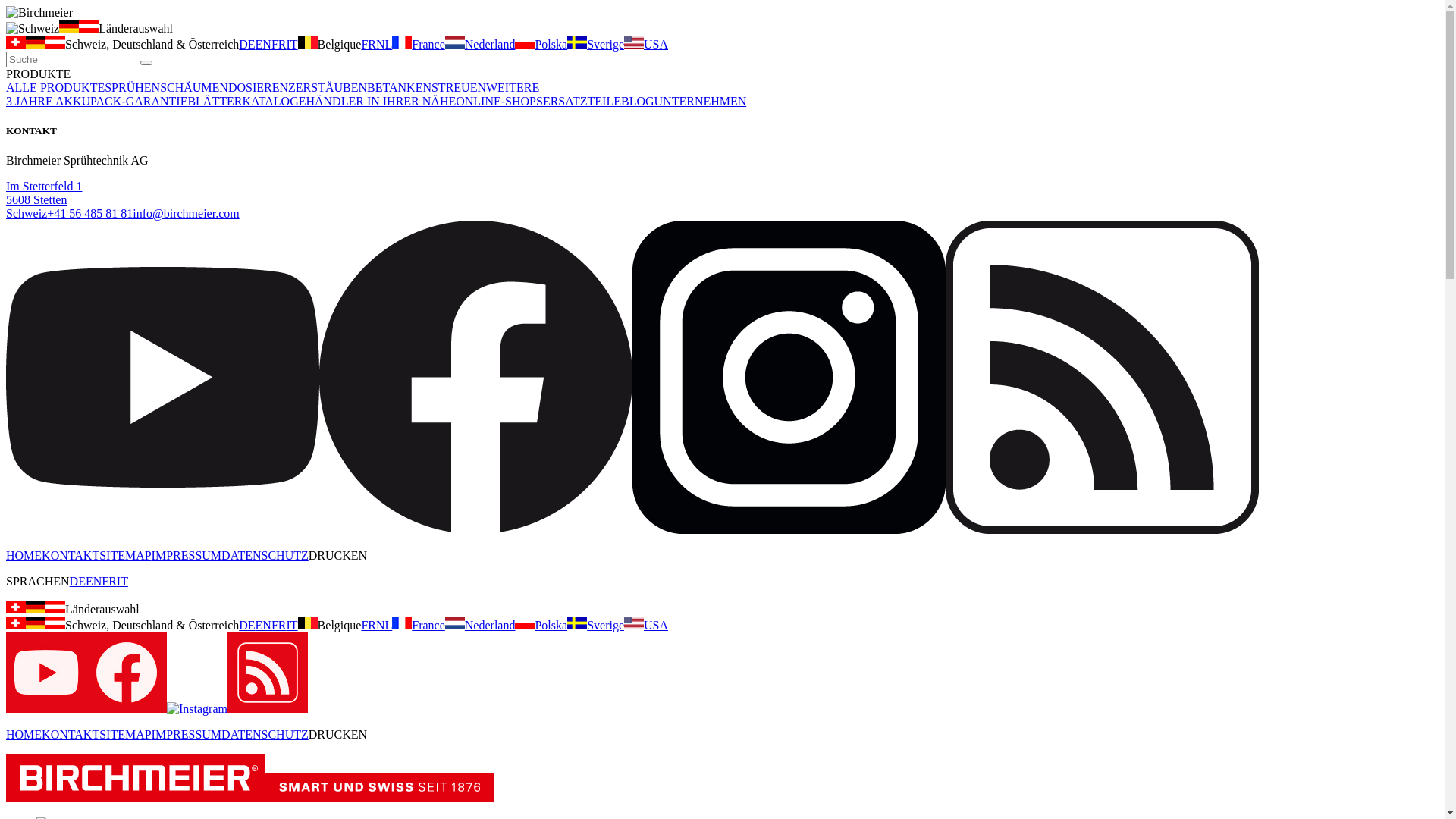 This screenshot has width=1456, height=819. What do you see at coordinates (513, 87) in the screenshot?
I see `'WEITERE'` at bounding box center [513, 87].